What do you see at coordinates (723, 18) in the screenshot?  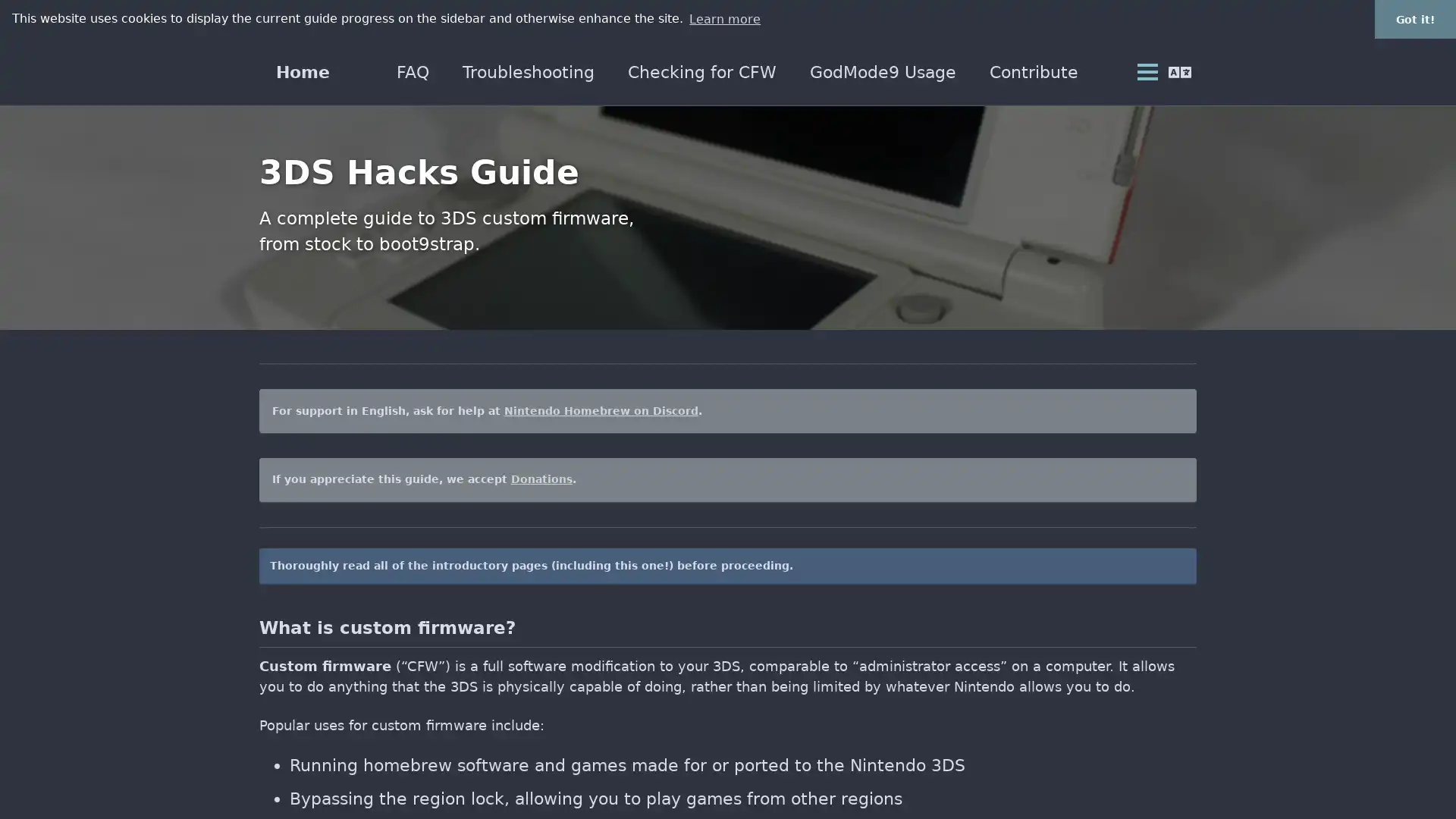 I see `learn more about cookies` at bounding box center [723, 18].